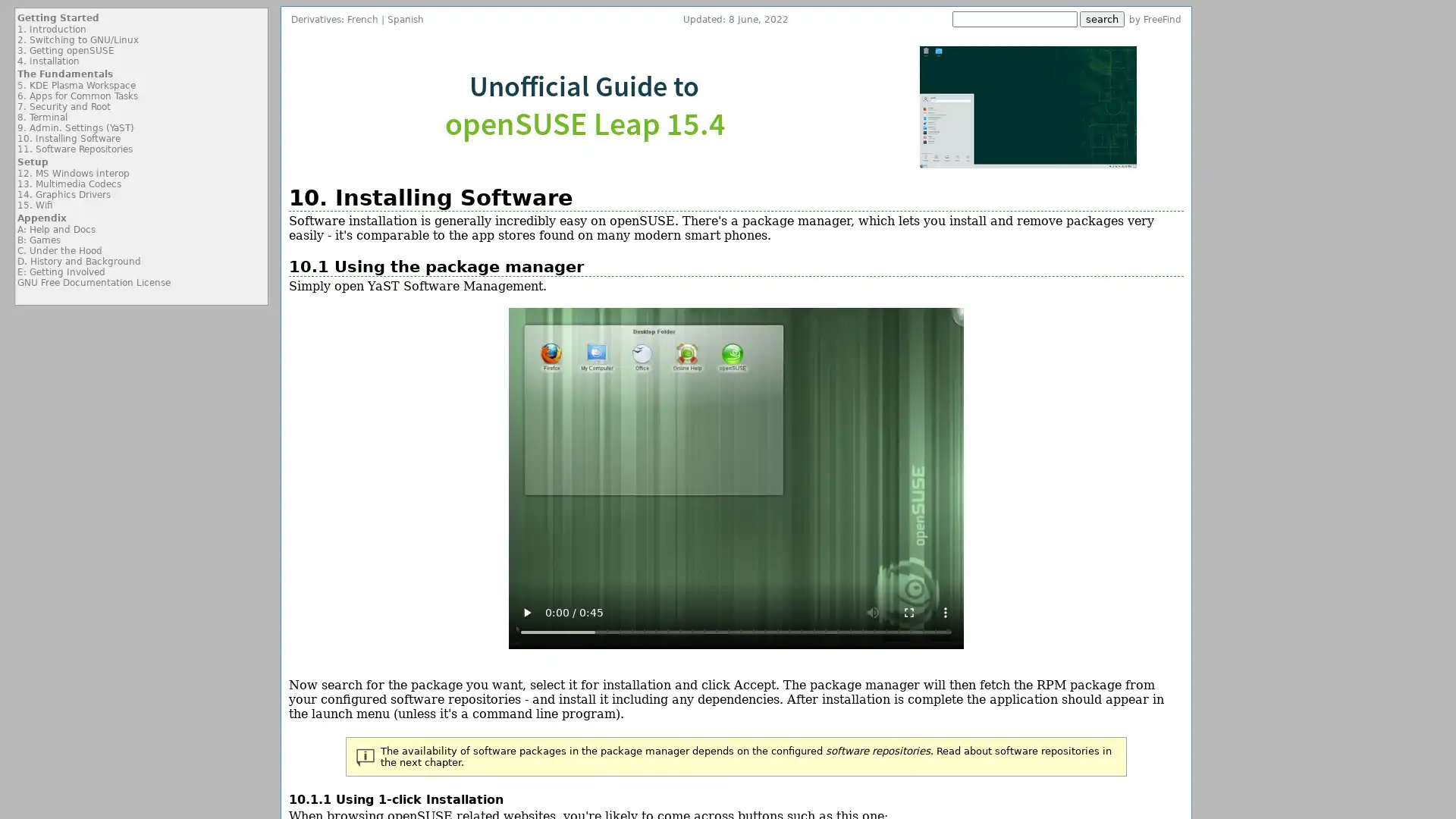 The width and height of the screenshot is (1456, 819). I want to click on mute, so click(872, 611).